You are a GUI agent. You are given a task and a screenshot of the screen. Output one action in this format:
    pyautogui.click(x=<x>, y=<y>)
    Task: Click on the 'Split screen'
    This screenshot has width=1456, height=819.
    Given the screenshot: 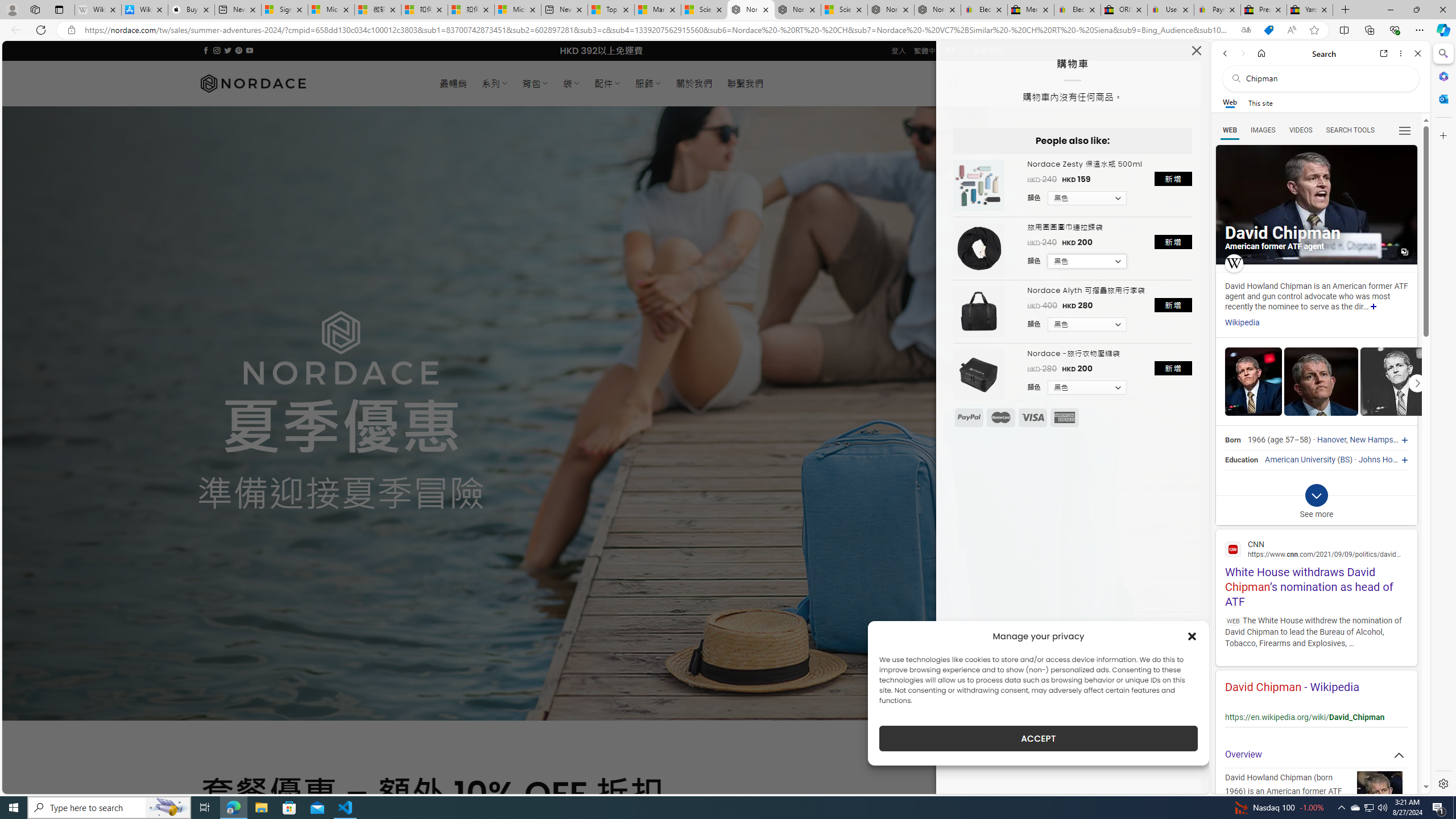 What is the action you would take?
    pyautogui.click(x=1345, y=29)
    